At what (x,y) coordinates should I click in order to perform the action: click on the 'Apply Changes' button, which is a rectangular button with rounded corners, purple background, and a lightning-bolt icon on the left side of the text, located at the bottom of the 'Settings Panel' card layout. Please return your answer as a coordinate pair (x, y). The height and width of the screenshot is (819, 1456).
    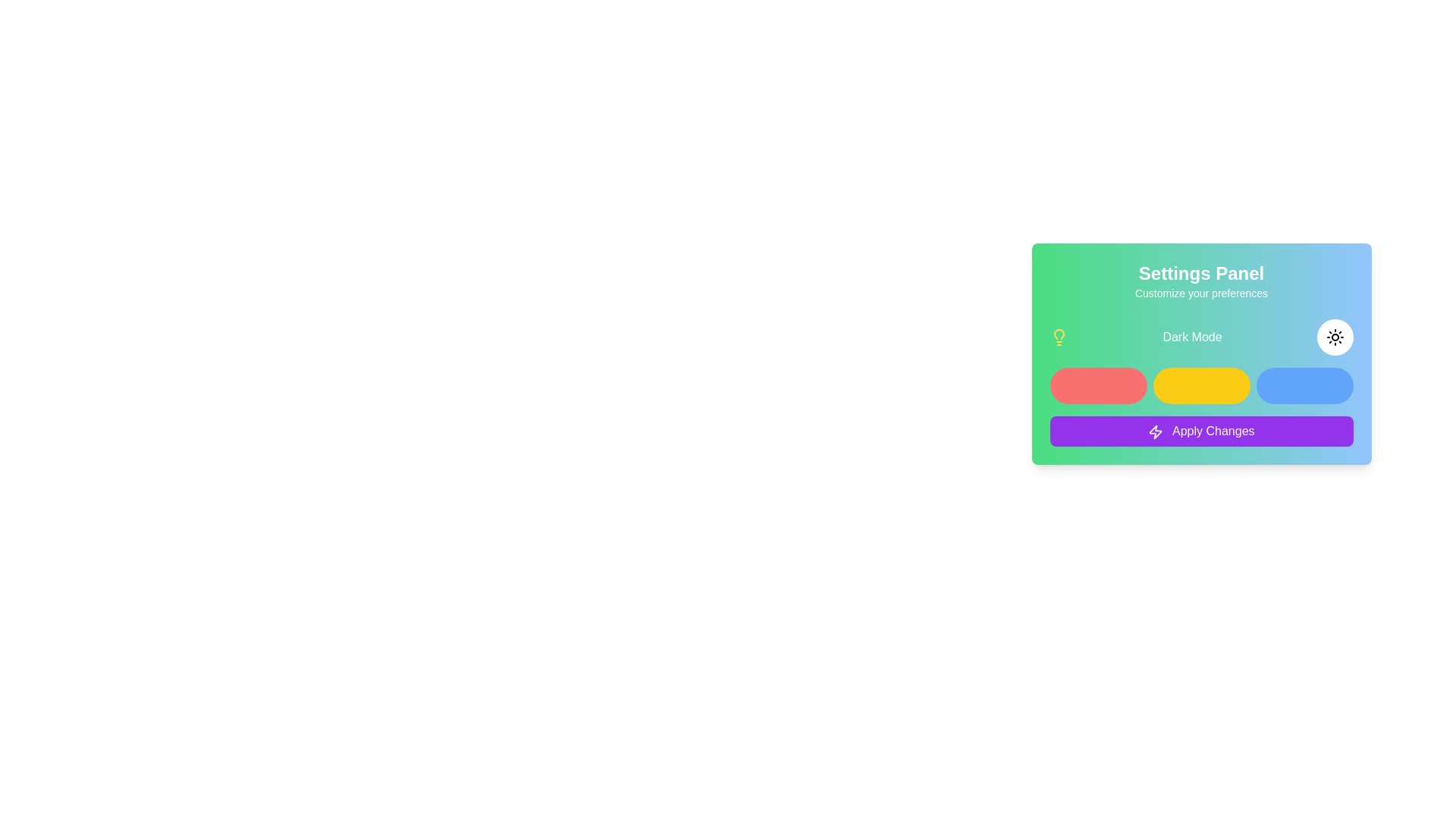
    Looking at the image, I should click on (1200, 431).